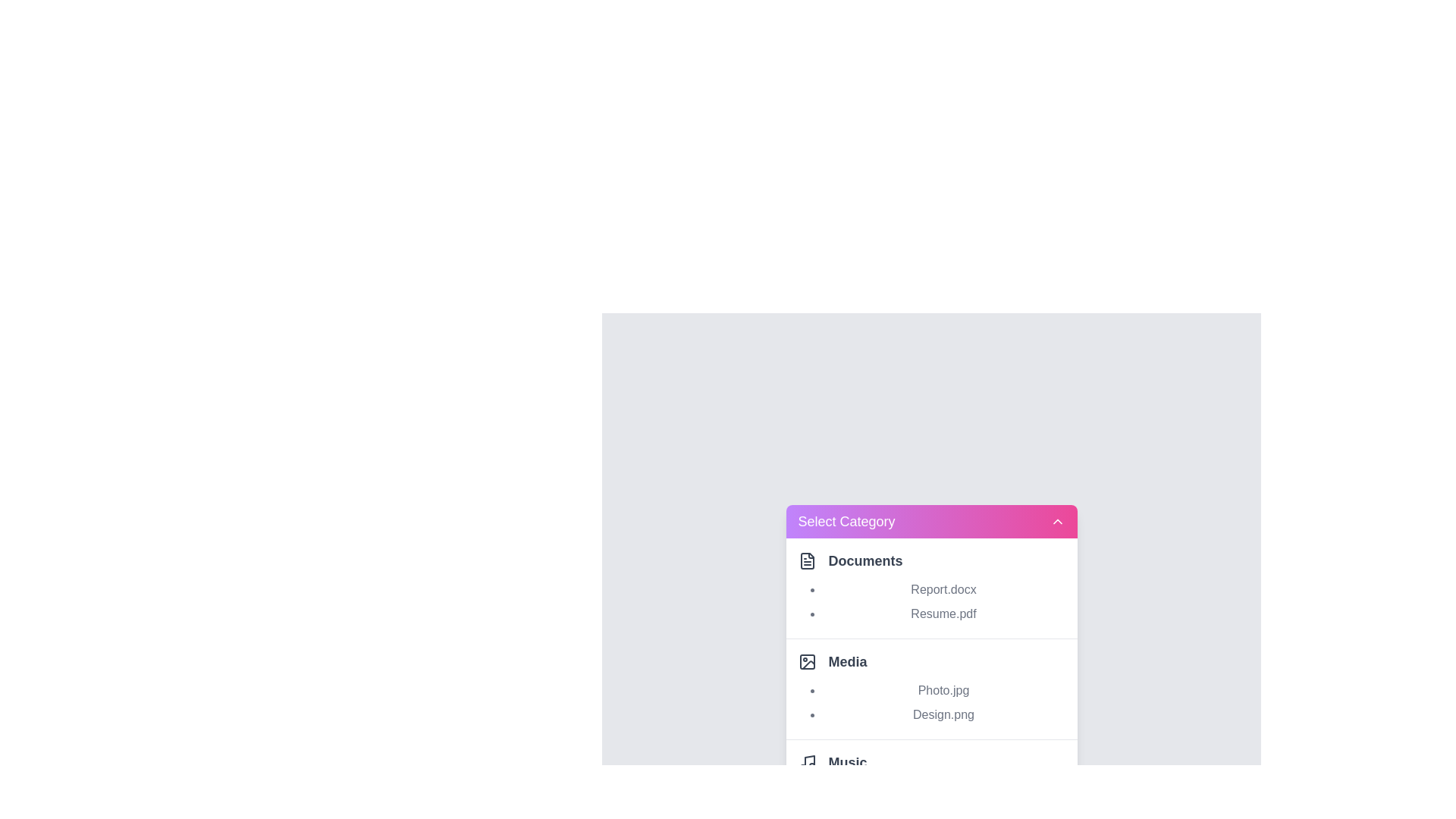 This screenshot has width=1456, height=819. I want to click on the 'Media' category text label, so click(847, 661).